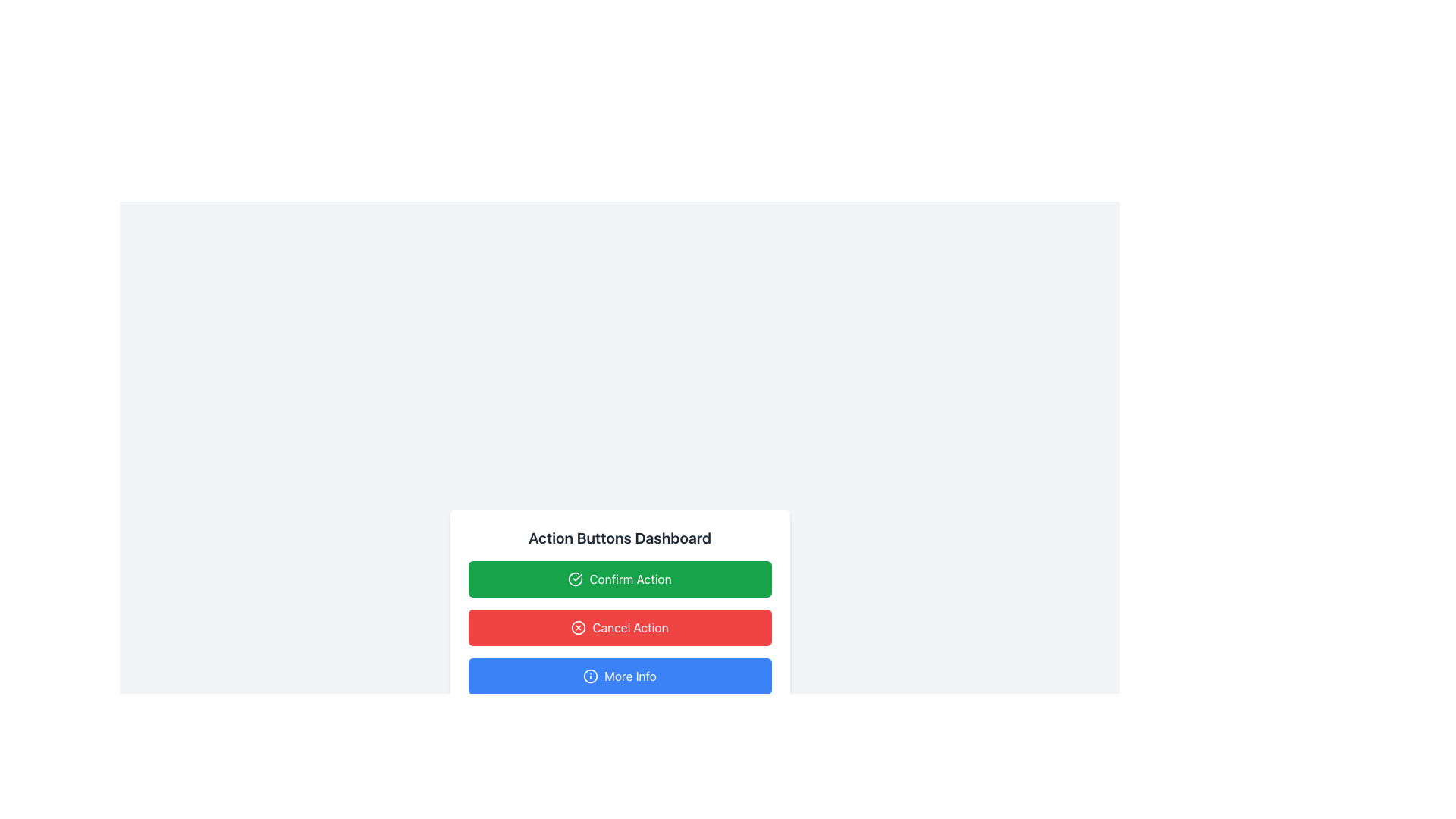 This screenshot has width=1456, height=819. Describe the element at coordinates (630, 675) in the screenshot. I see `text label providing a description for the 'More Info' button, located within the blue button at the bottom of the button group beneath 'Action Buttons Dashboard'` at that location.